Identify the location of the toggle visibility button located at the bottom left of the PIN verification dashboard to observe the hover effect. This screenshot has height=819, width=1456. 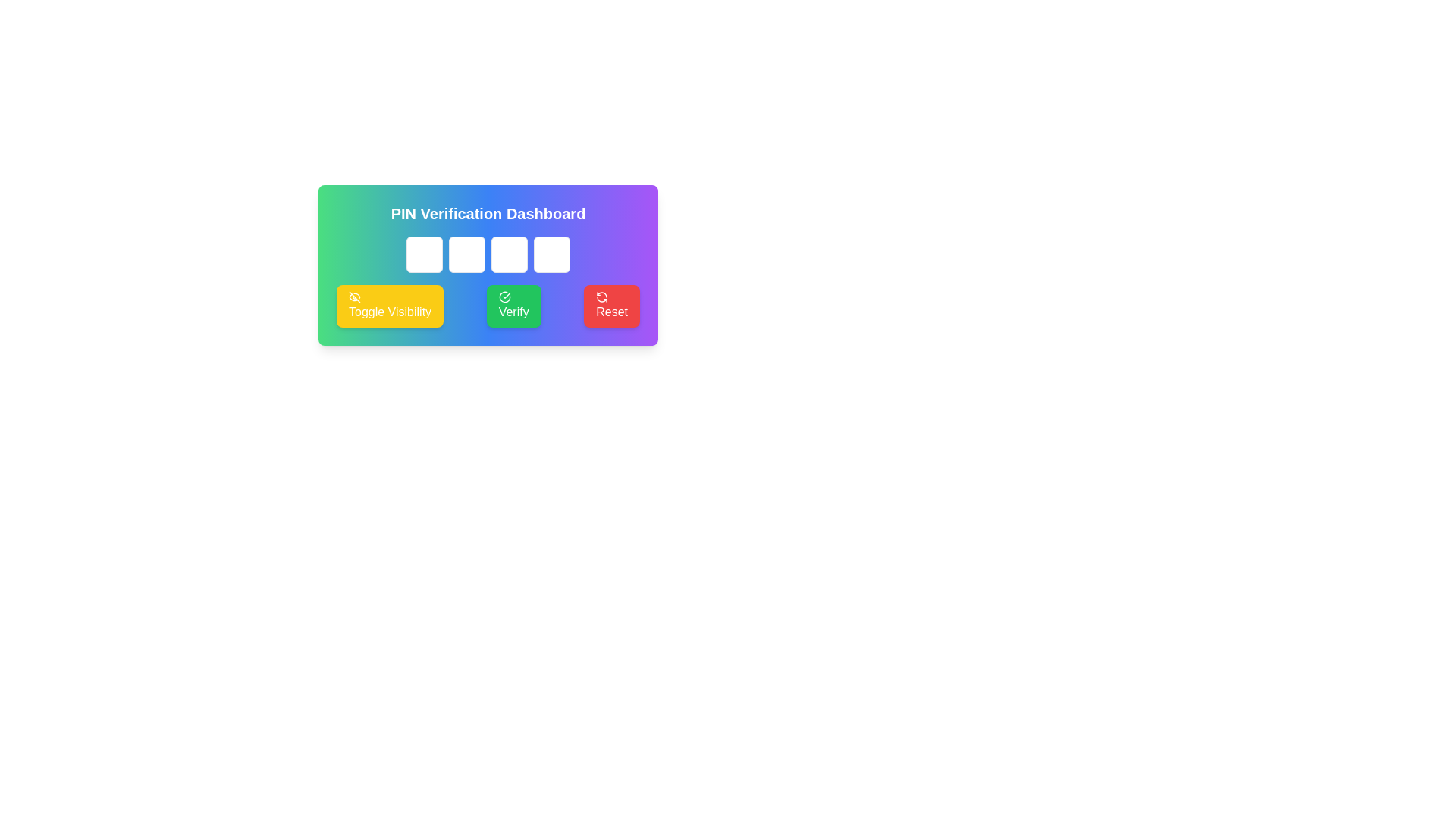
(390, 306).